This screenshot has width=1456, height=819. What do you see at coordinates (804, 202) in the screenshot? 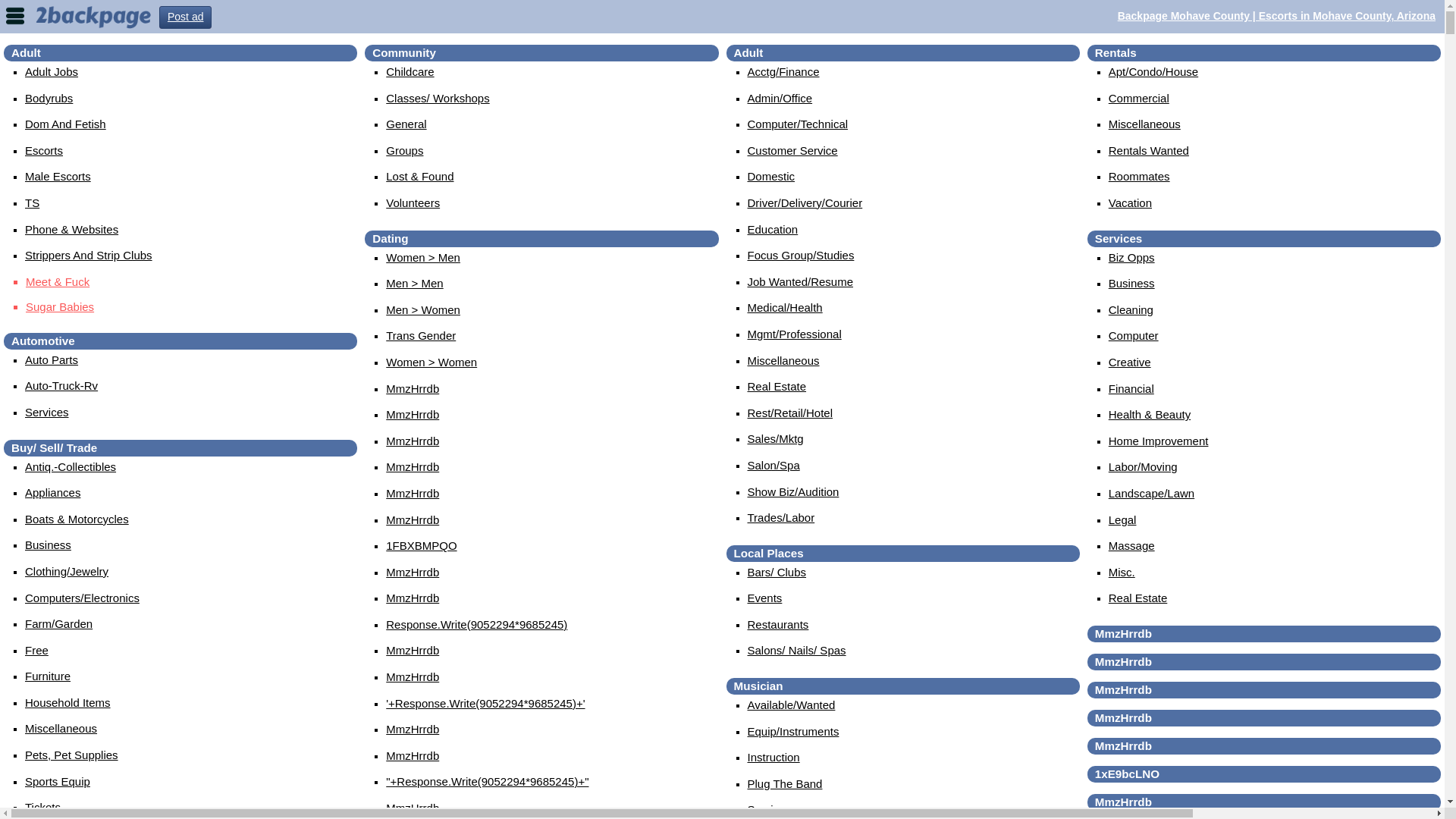
I see `'Driver/Delivery/Courier'` at bounding box center [804, 202].